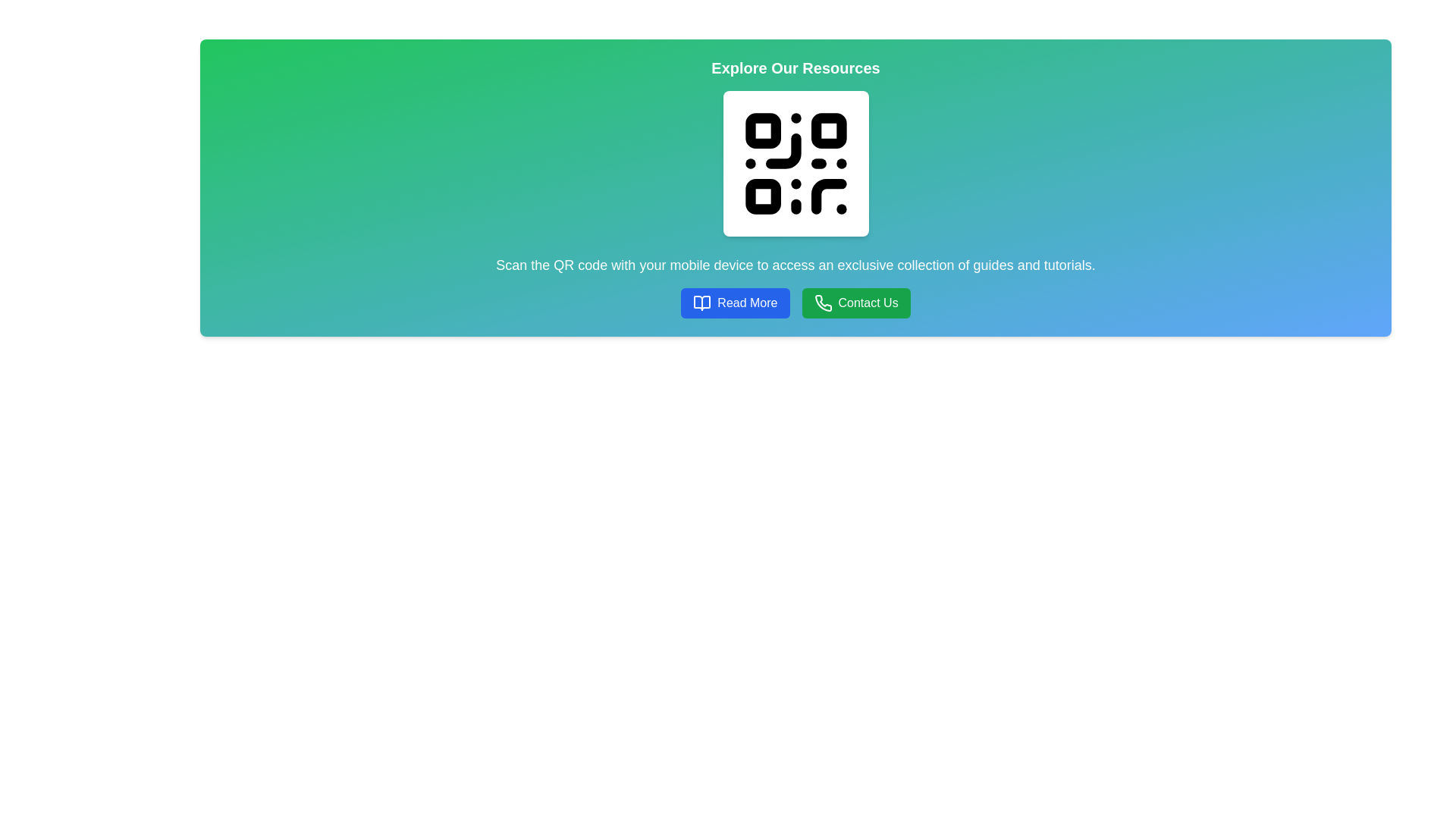  I want to click on the small icon inside the blue 'Read More' button, so click(701, 303).